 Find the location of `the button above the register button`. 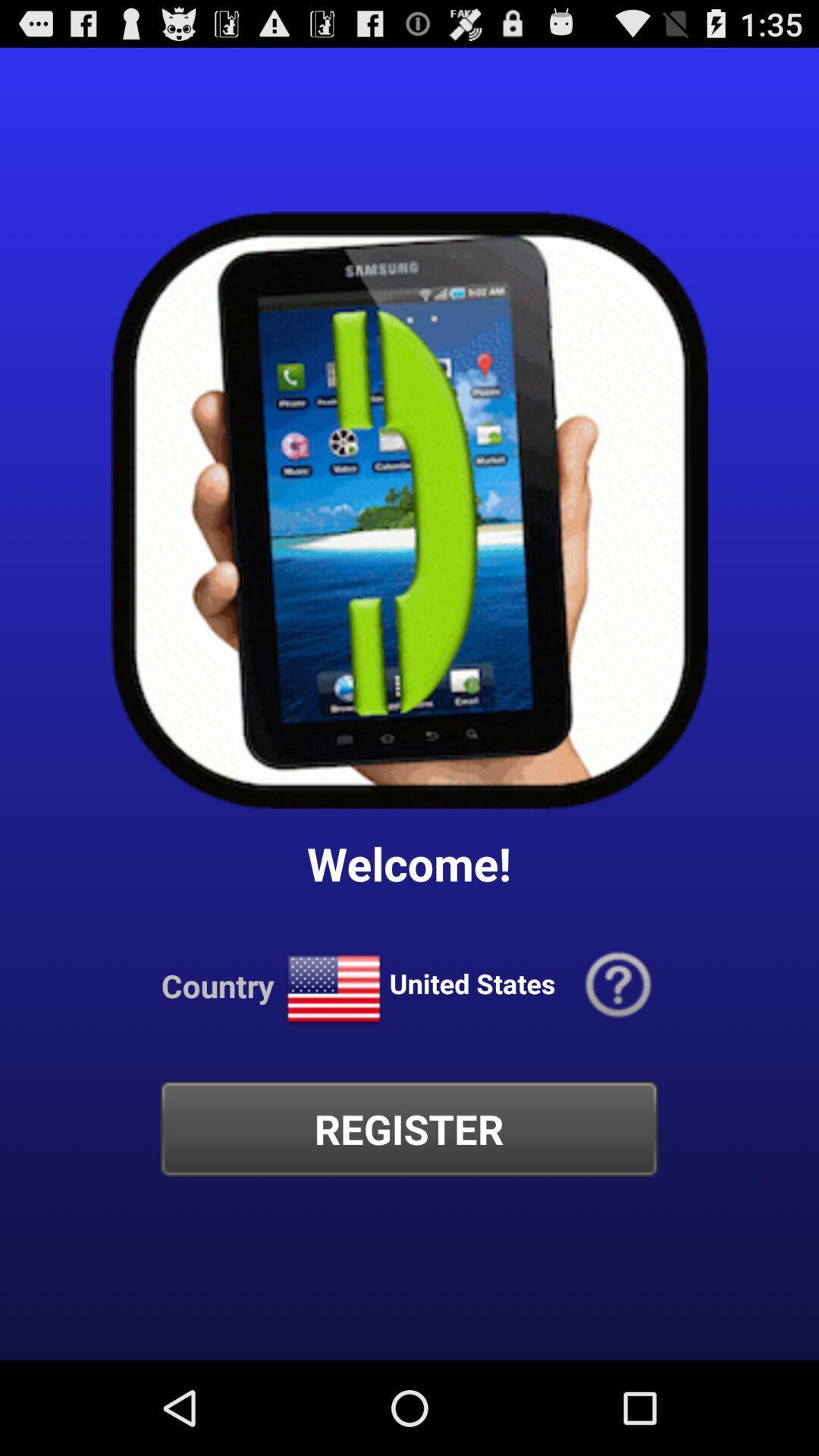

the button above the register button is located at coordinates (618, 985).